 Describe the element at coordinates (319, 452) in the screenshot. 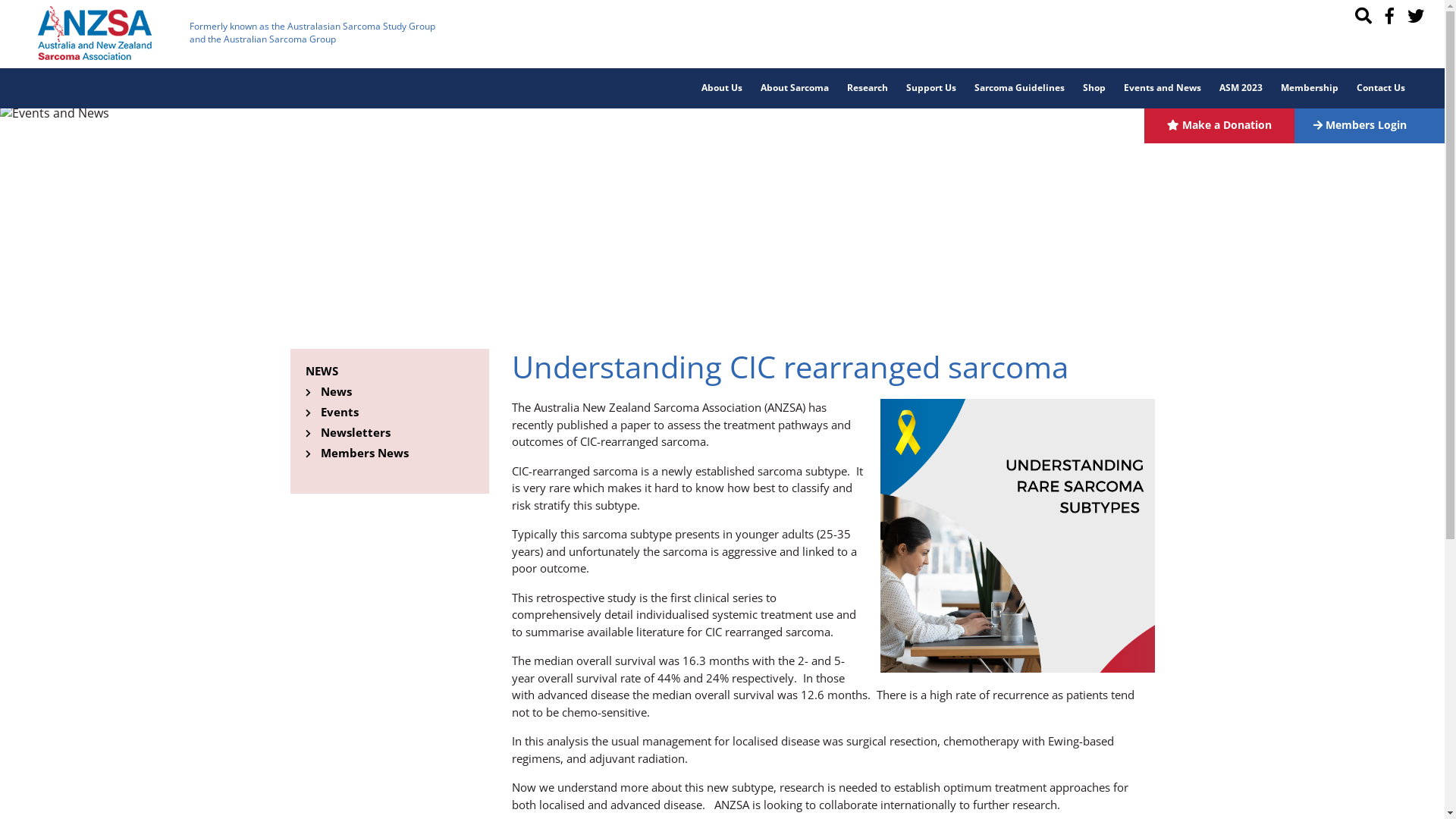

I see `'Members News'` at that location.